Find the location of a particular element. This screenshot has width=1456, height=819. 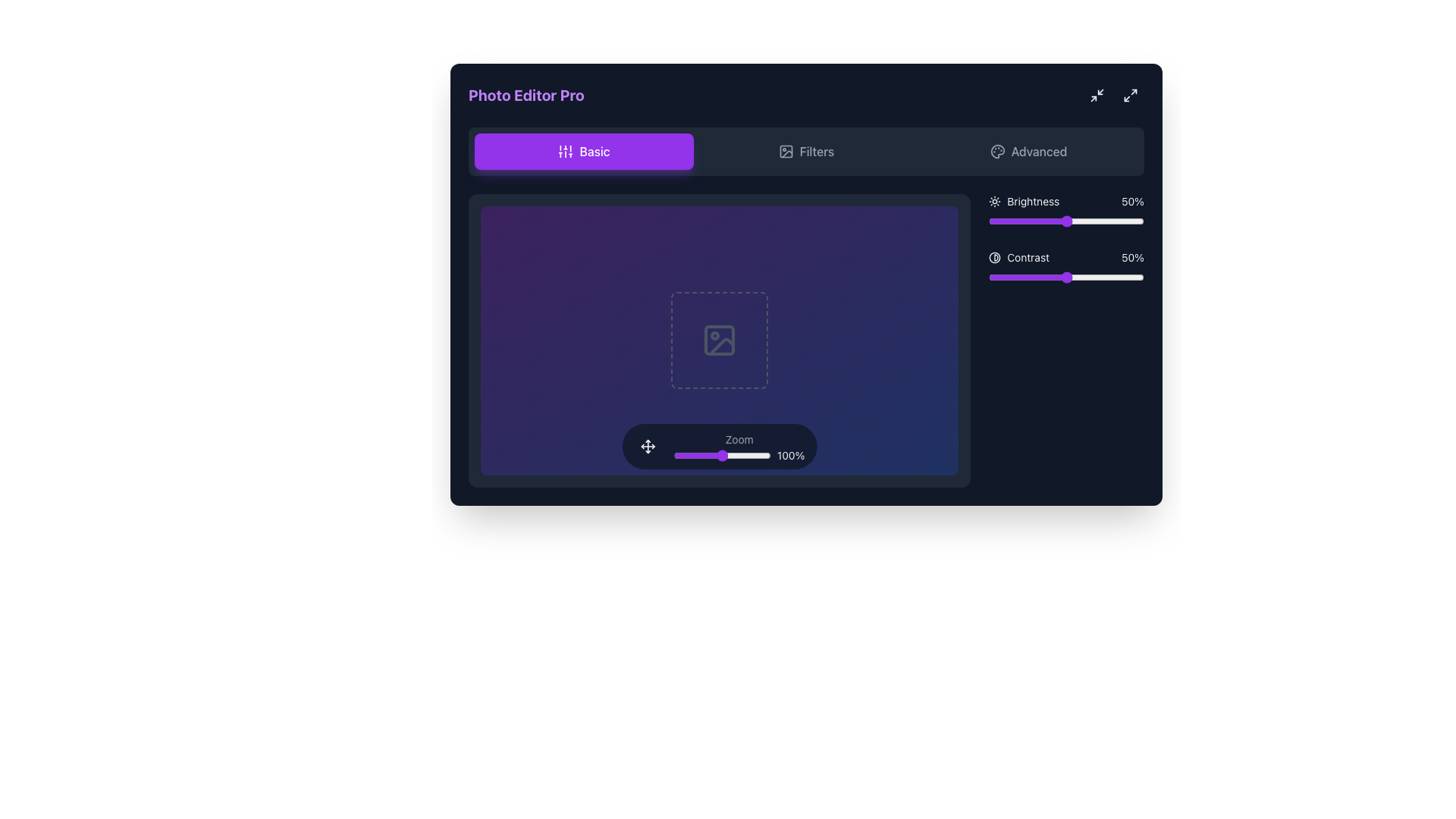

the zoom level is located at coordinates (676, 454).